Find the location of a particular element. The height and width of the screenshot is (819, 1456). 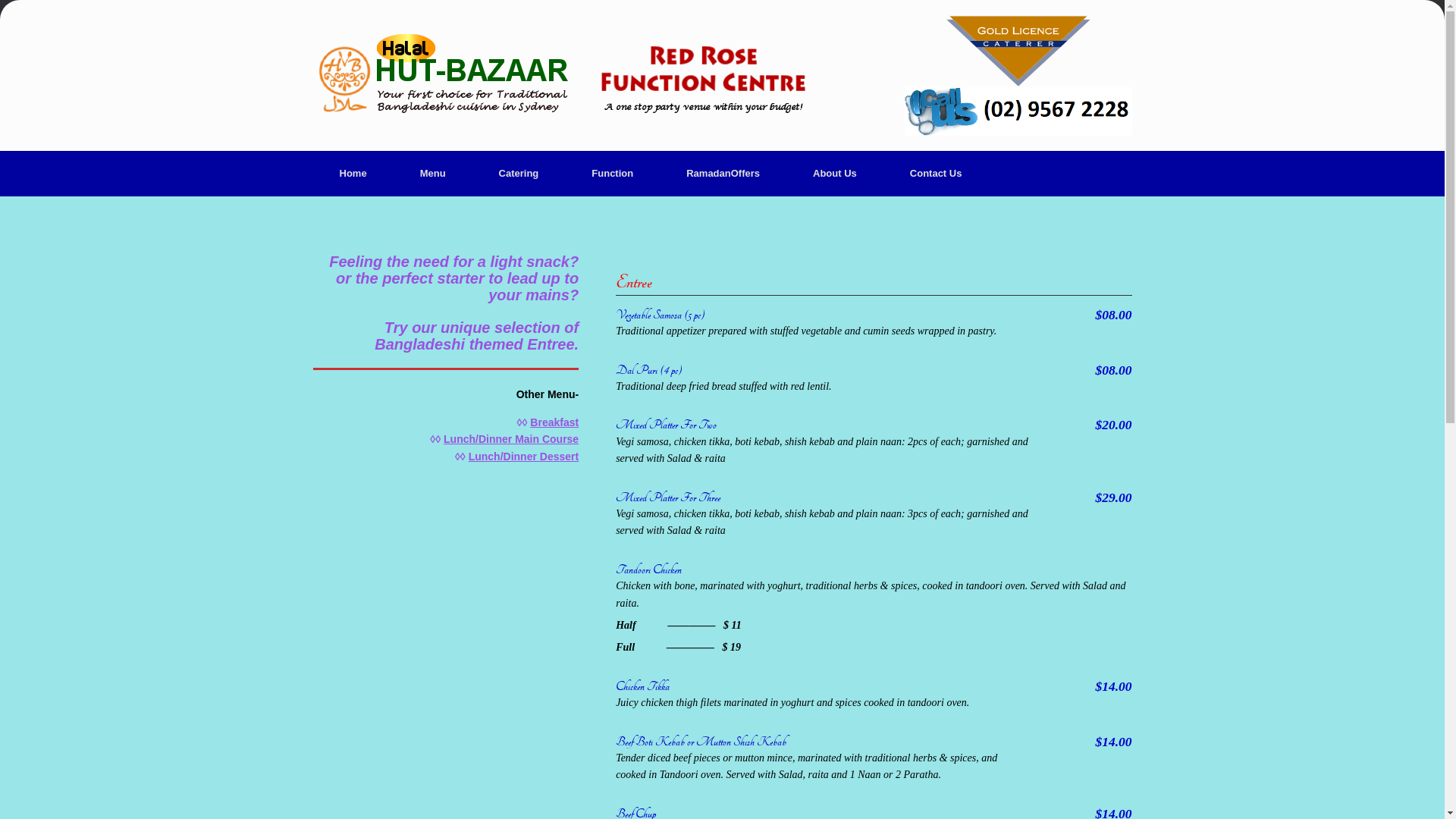

'About Us' is located at coordinates (833, 172).